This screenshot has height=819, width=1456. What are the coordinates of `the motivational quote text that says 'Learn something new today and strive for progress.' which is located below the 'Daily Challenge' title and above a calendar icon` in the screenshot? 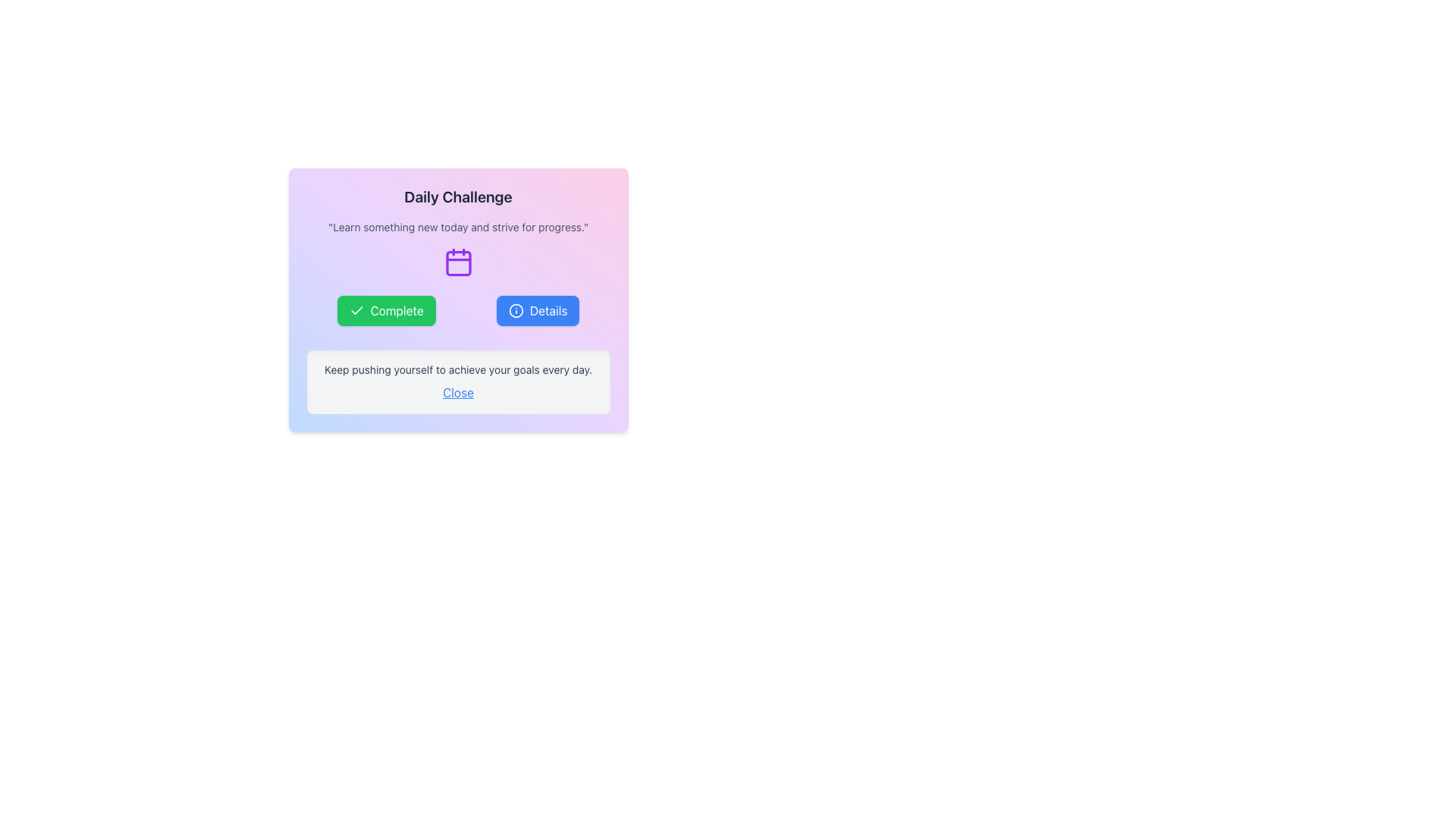 It's located at (457, 227).